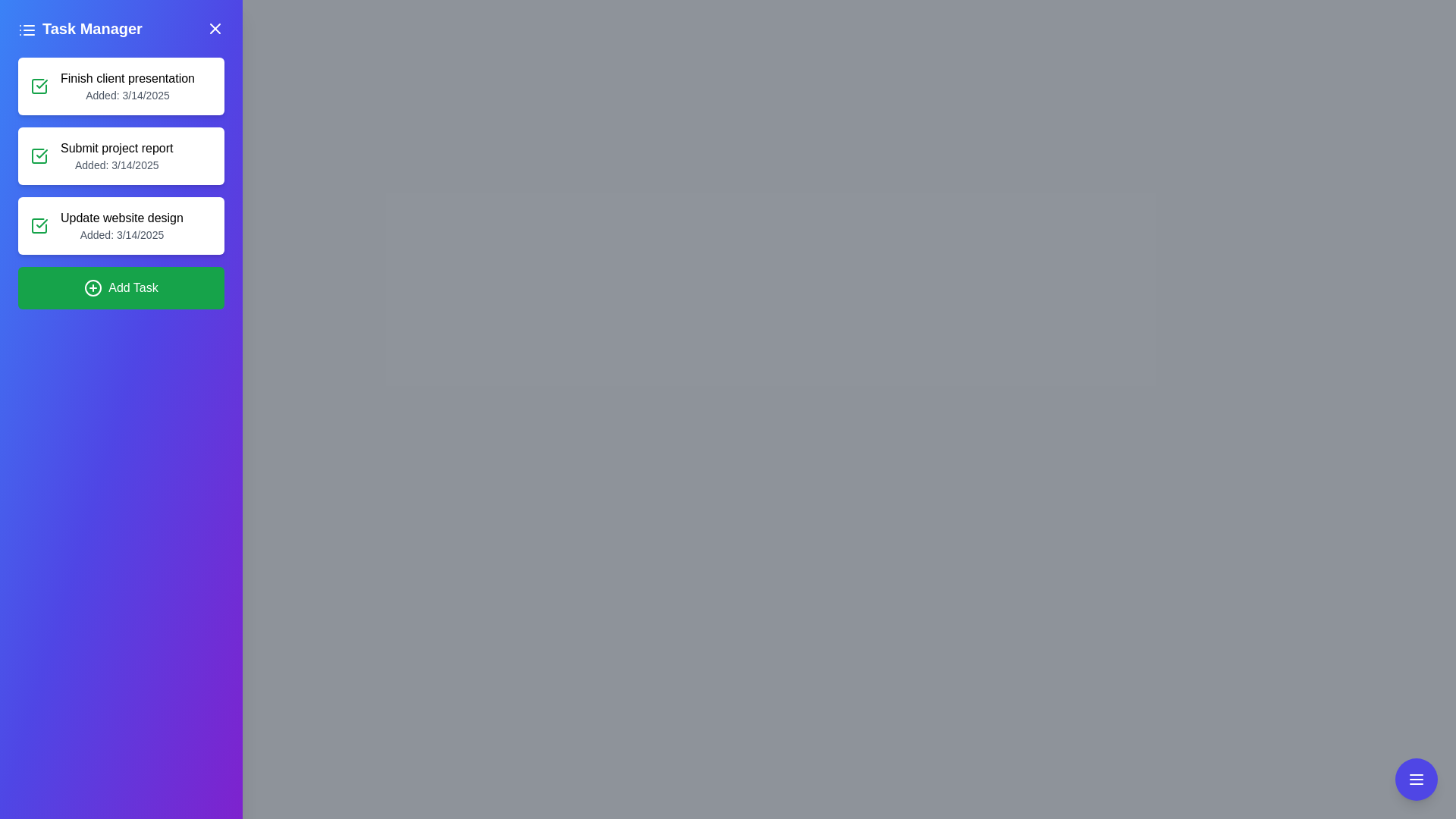 This screenshot has height=819, width=1456. I want to click on the completion status of the task indicated by the icon located at the top-left corner of the card labeled 'Finish client presentation', so click(39, 86).